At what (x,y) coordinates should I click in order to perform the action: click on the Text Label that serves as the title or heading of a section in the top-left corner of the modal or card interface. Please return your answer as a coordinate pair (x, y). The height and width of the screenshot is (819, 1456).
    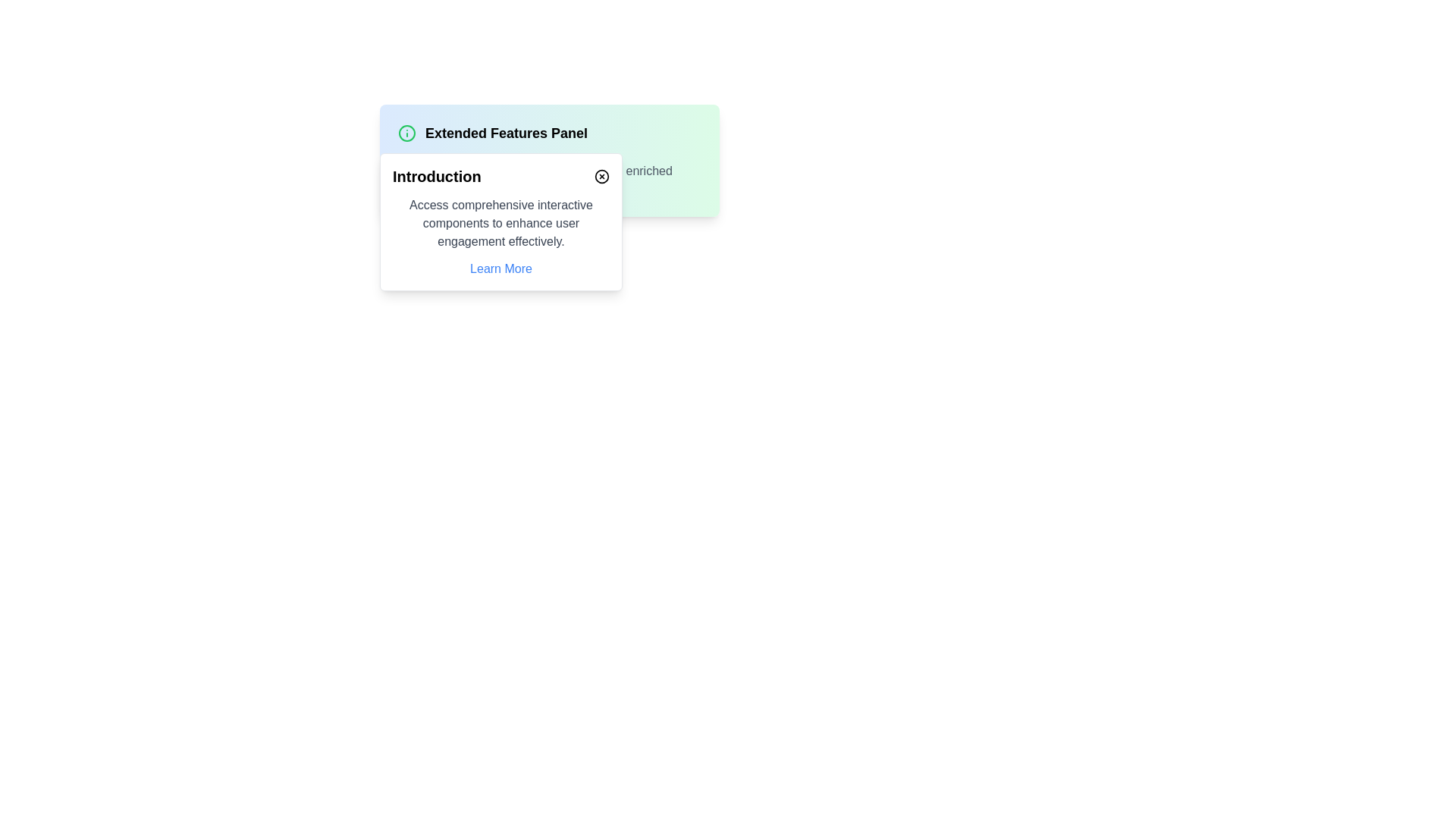
    Looking at the image, I should click on (436, 175).